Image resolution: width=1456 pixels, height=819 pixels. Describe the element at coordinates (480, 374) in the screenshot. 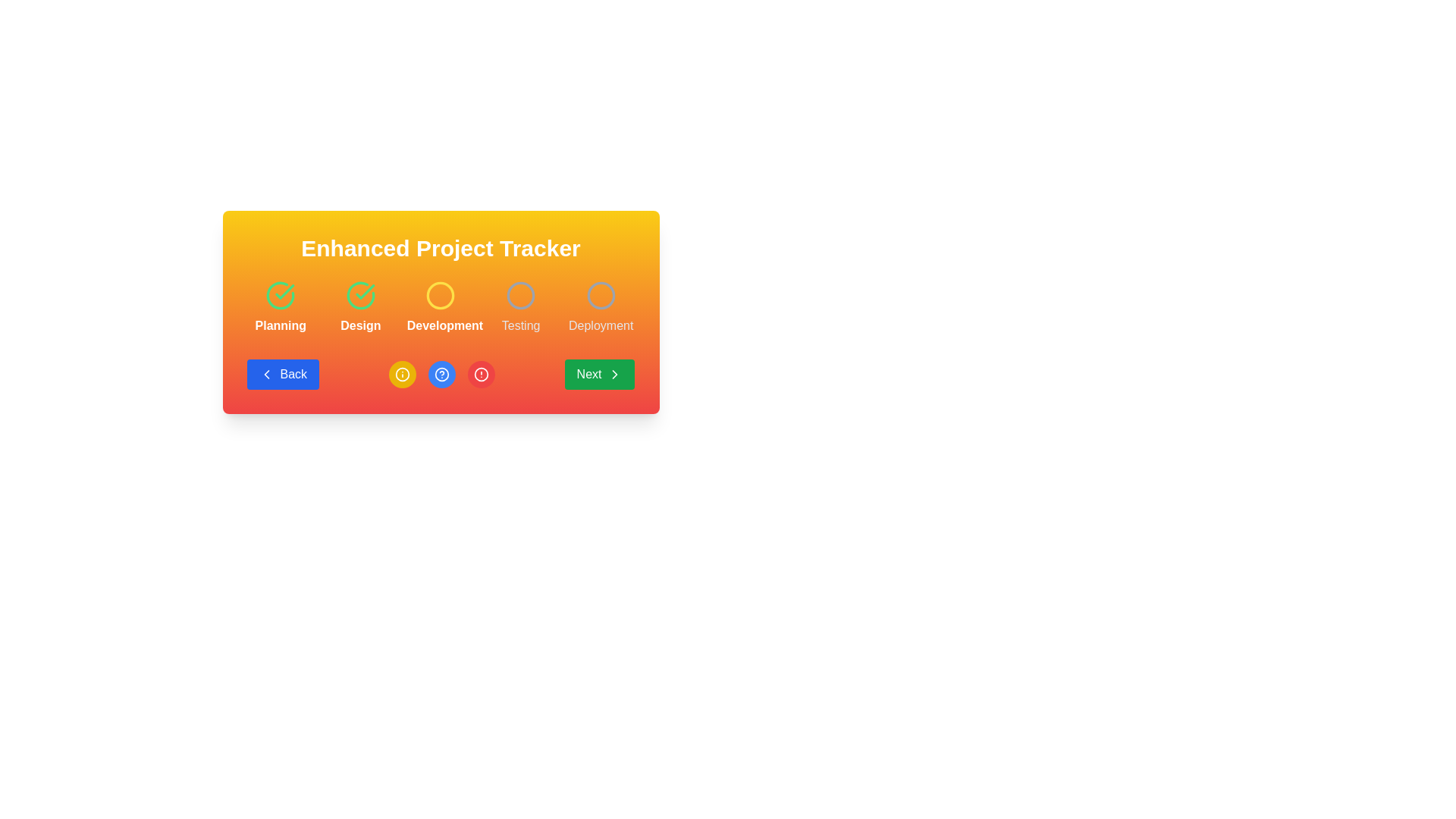

I see `the rightmost button in the horizontal row below the text and progression indicators of the Enhanced Project Tracker dialog box` at that location.